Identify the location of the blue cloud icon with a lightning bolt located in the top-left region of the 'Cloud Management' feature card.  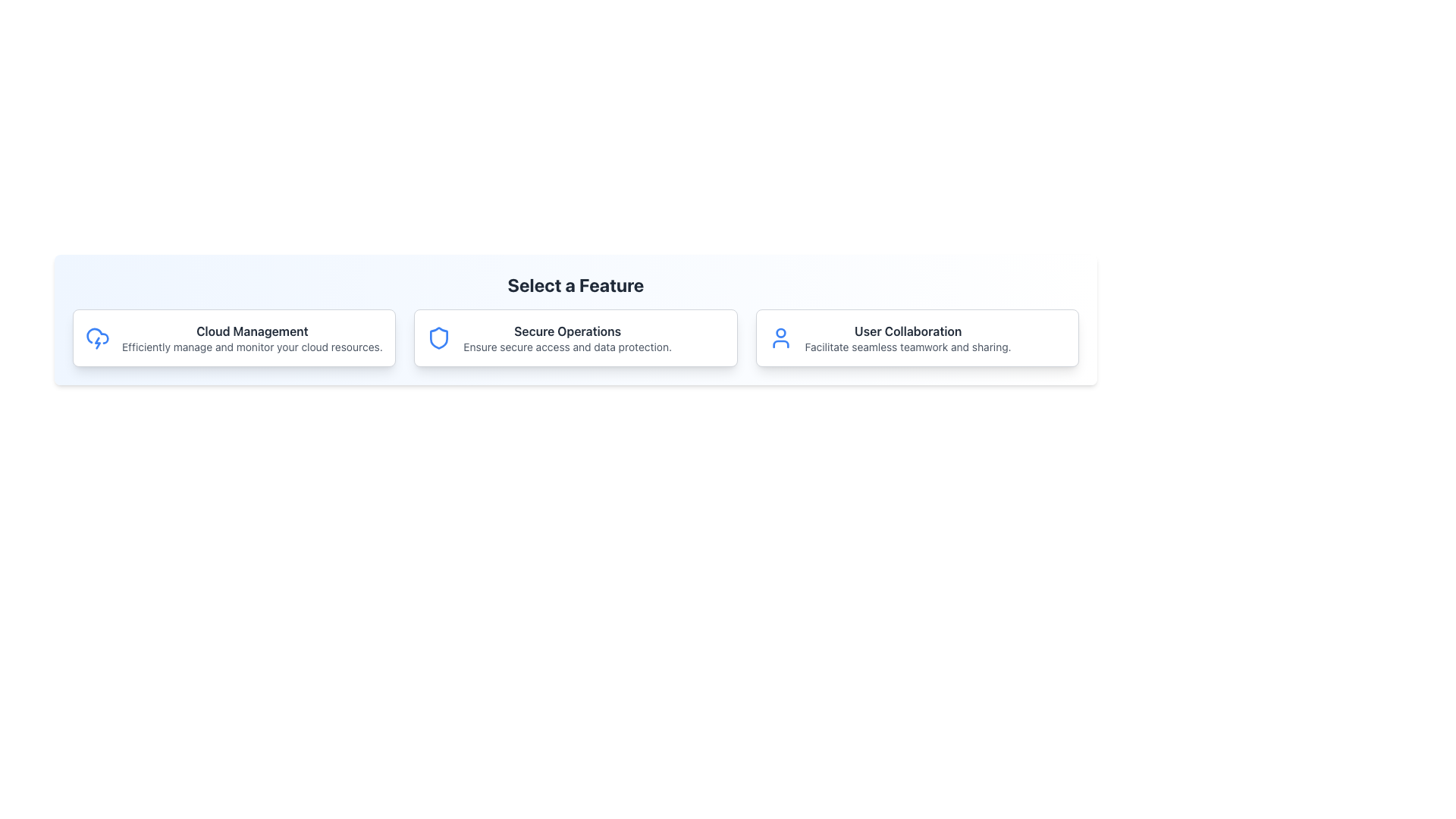
(97, 336).